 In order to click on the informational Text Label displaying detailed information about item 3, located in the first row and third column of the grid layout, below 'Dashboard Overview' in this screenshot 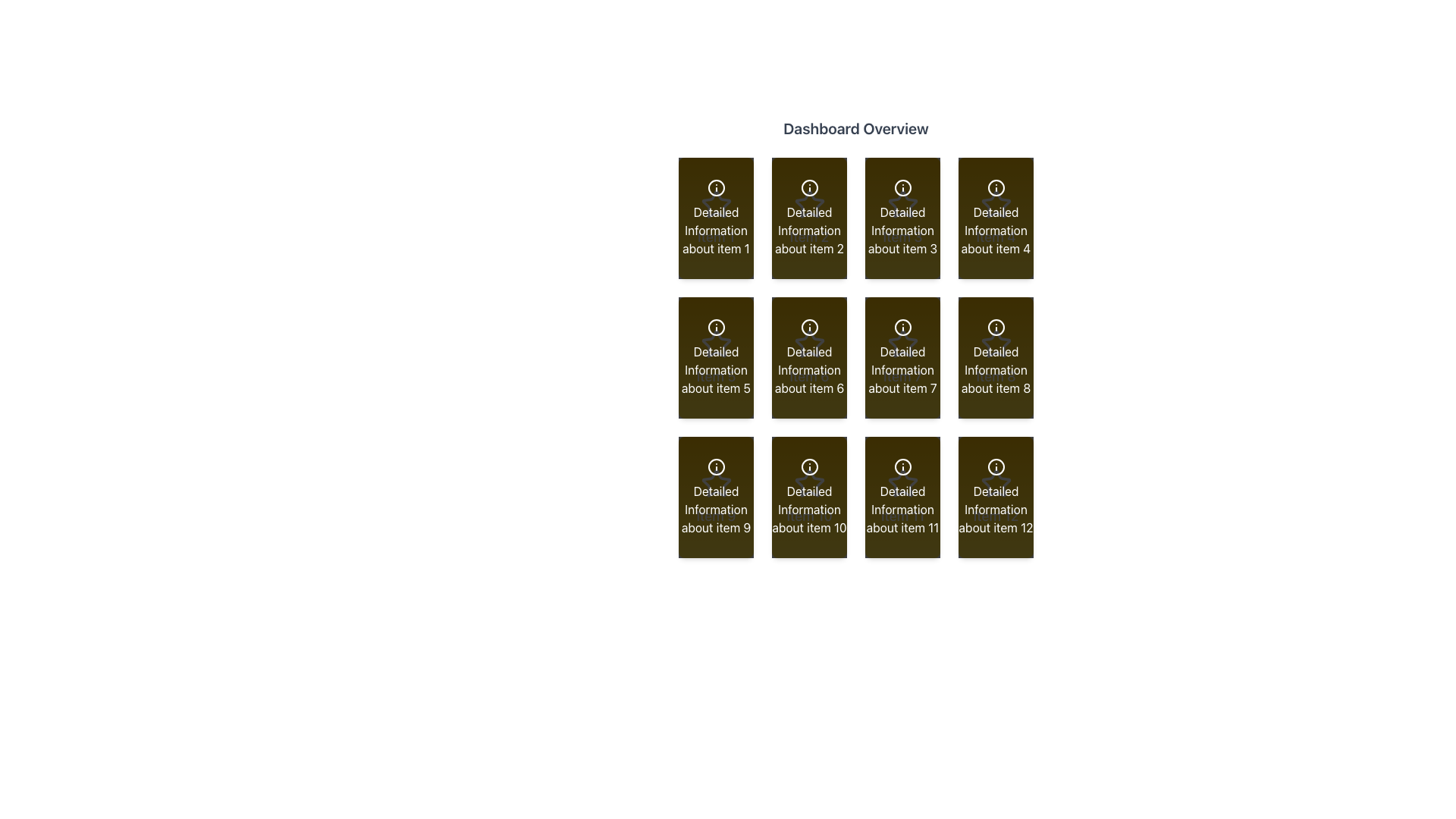, I will do `click(902, 231)`.